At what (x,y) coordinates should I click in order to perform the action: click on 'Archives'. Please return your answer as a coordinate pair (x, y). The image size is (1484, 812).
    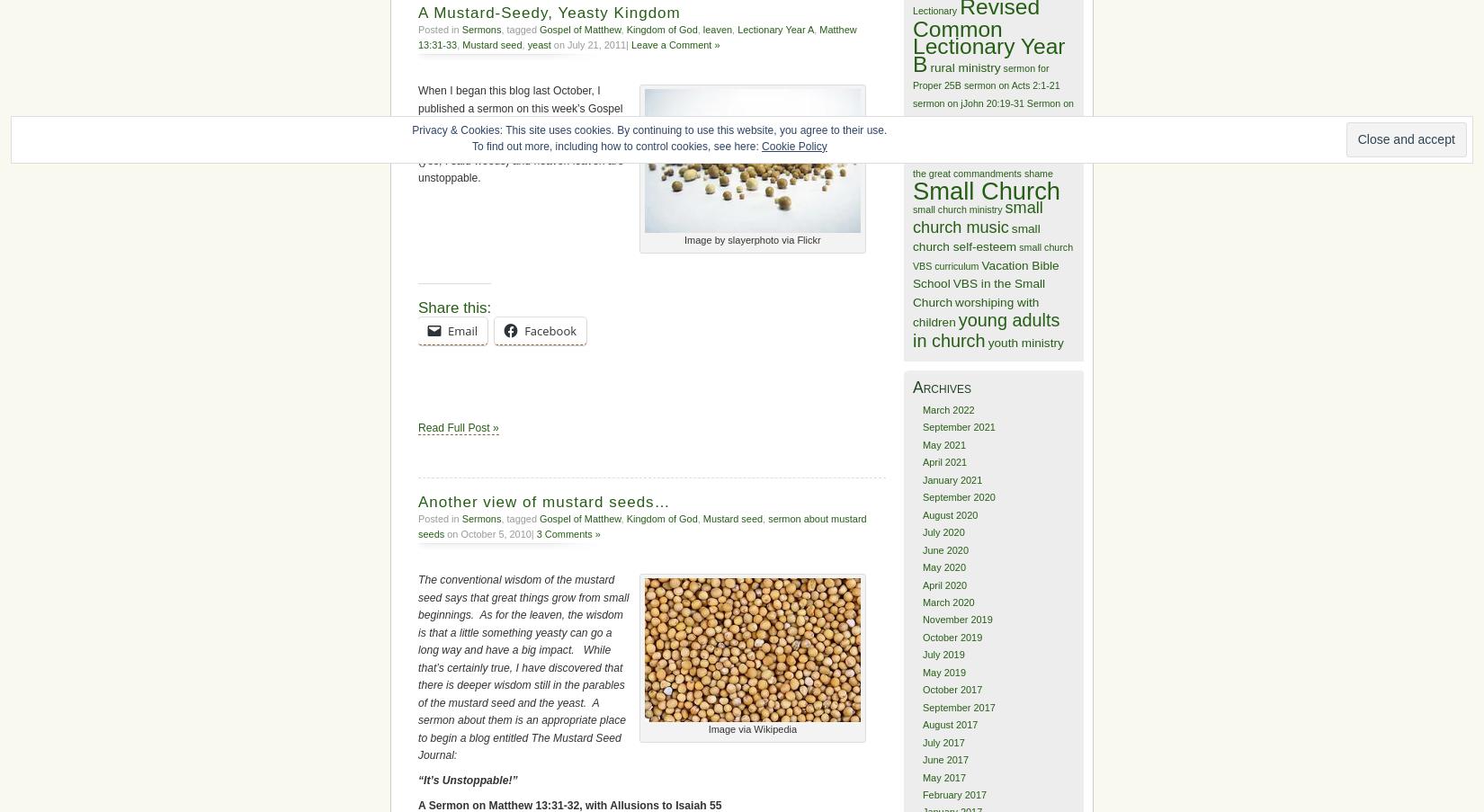
    Looking at the image, I should click on (942, 387).